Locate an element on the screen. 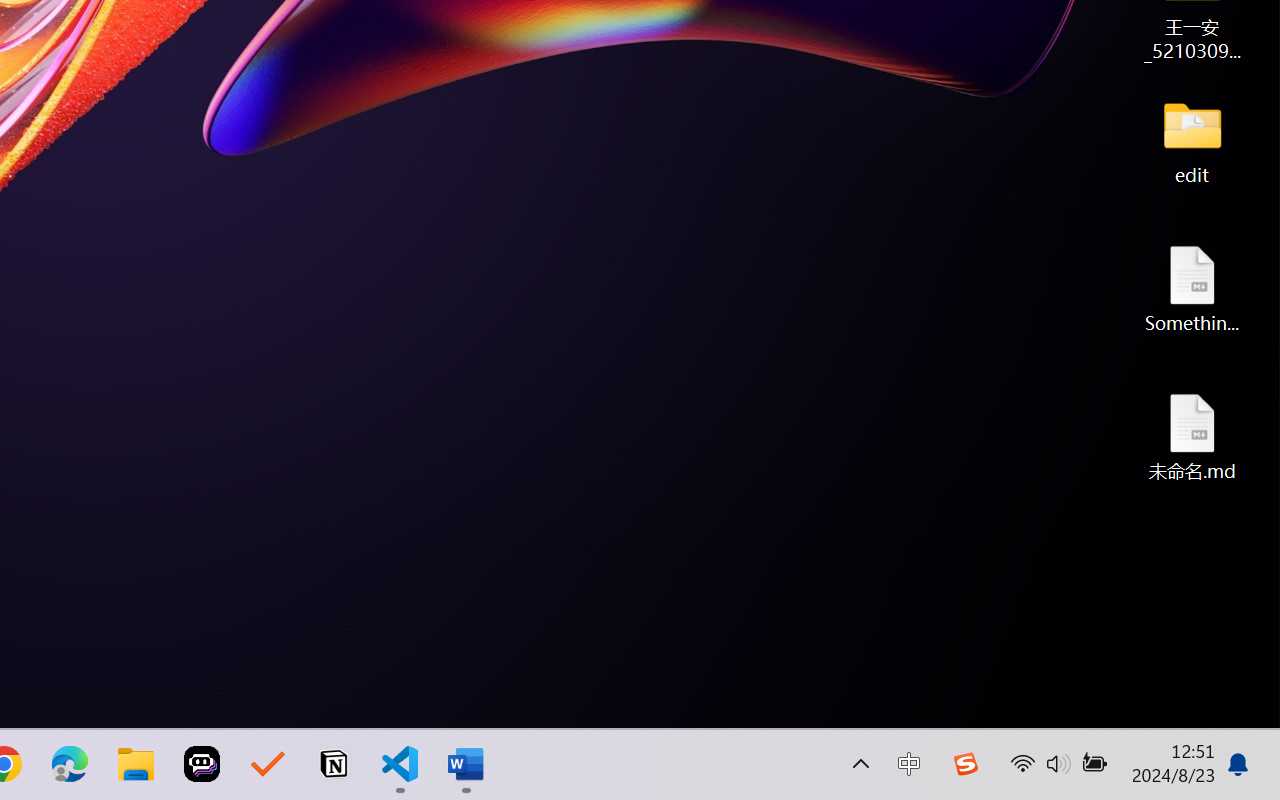 Image resolution: width=1280 pixels, height=800 pixels. 'Microsoft Edge' is located at coordinates (69, 764).